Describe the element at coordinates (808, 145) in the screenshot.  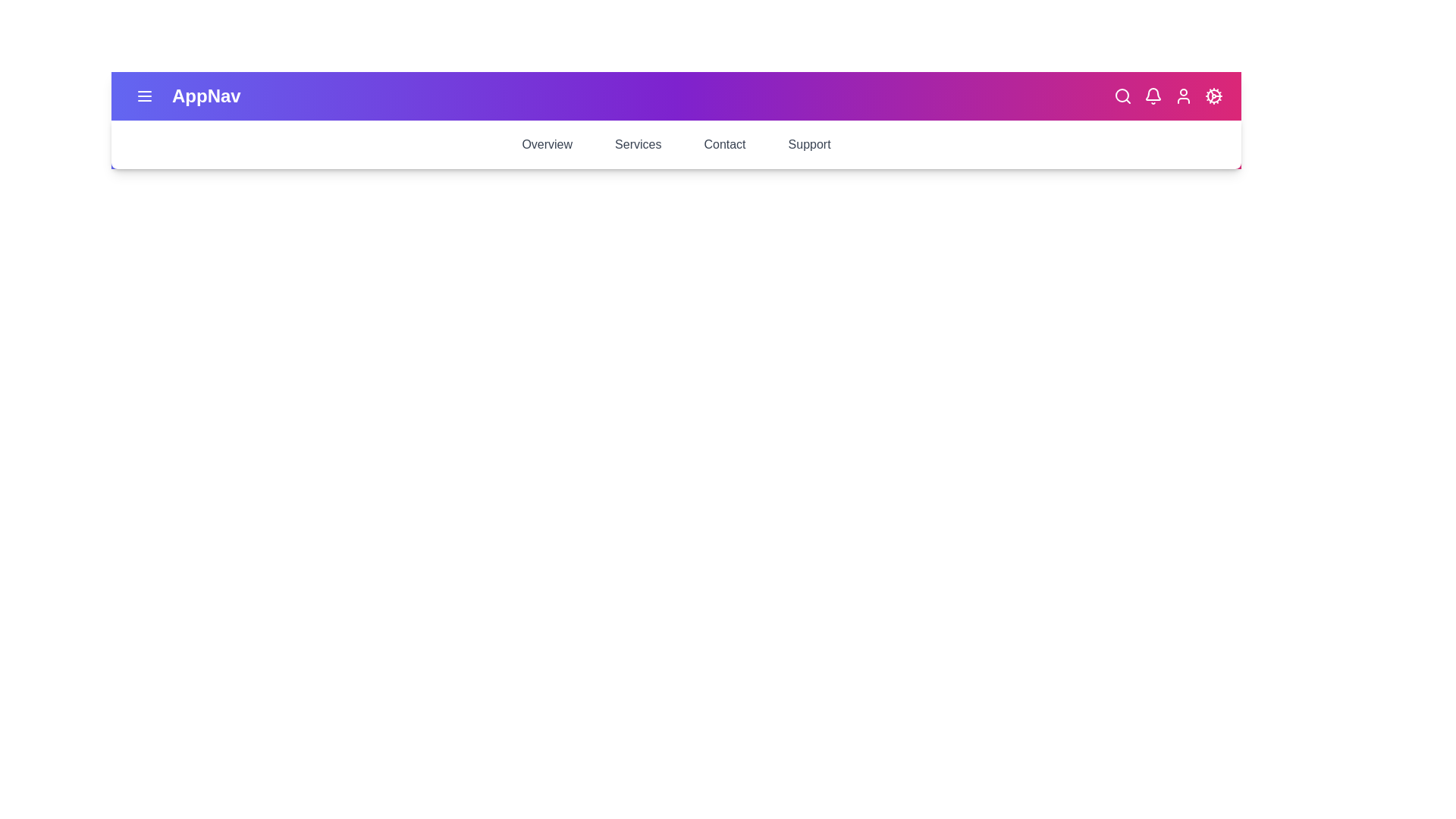
I see `the 'Support' menu item to navigate to the support section` at that location.